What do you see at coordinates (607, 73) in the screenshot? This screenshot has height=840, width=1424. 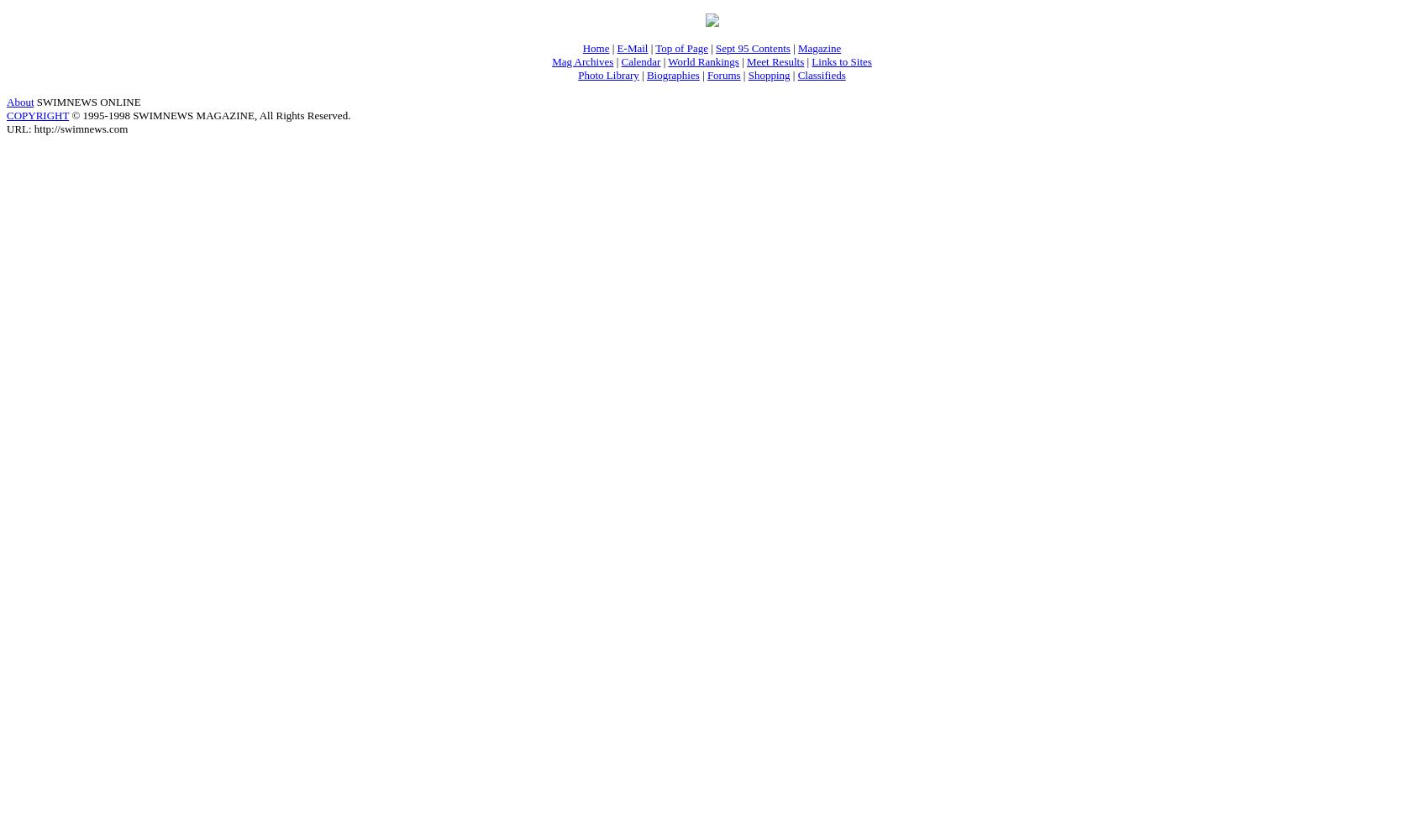 I see `'Photo Library'` at bounding box center [607, 73].